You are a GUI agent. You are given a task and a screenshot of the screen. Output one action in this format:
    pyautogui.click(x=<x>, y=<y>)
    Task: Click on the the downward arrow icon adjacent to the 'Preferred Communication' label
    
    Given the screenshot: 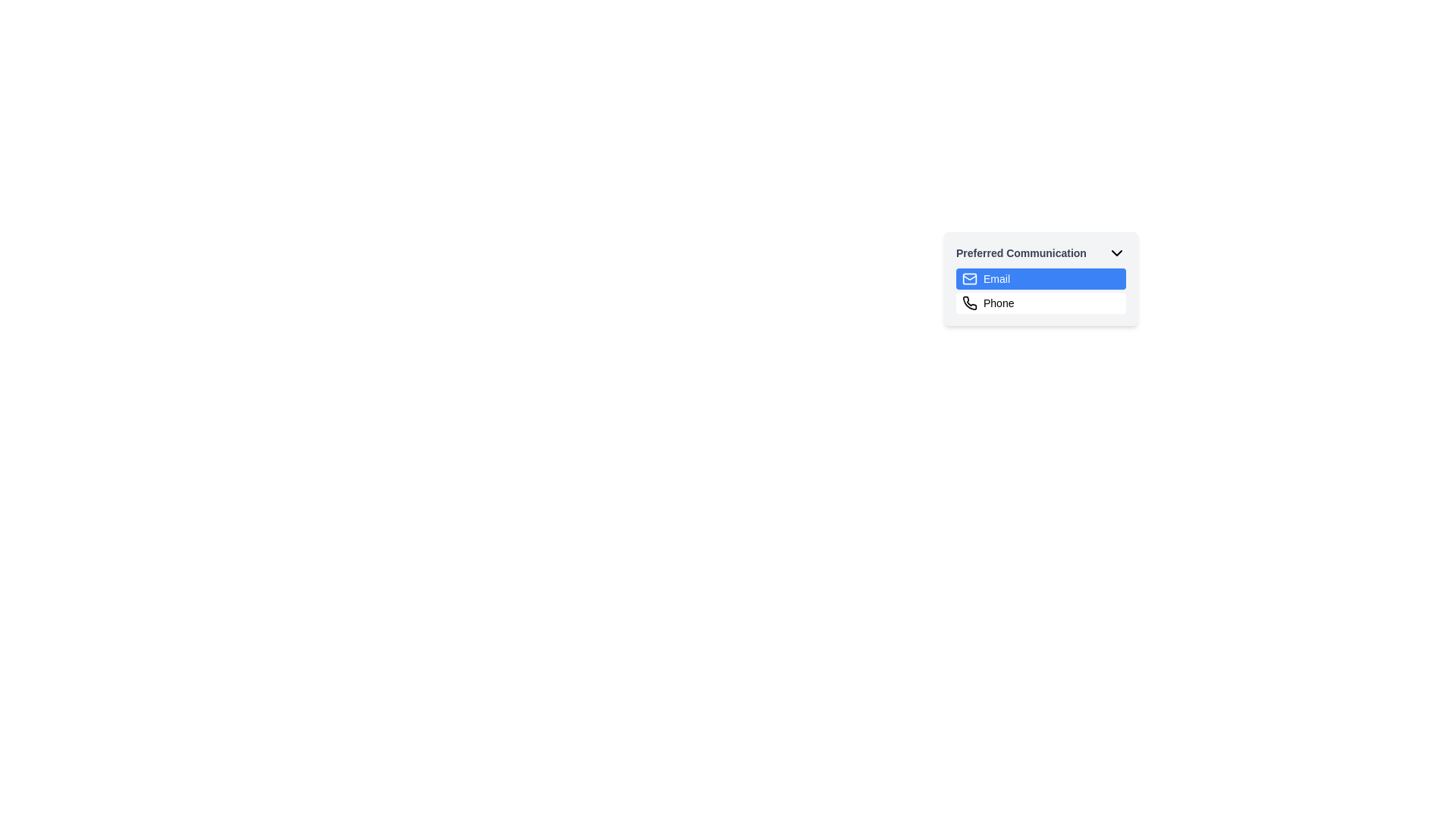 What is the action you would take?
    pyautogui.click(x=1117, y=253)
    